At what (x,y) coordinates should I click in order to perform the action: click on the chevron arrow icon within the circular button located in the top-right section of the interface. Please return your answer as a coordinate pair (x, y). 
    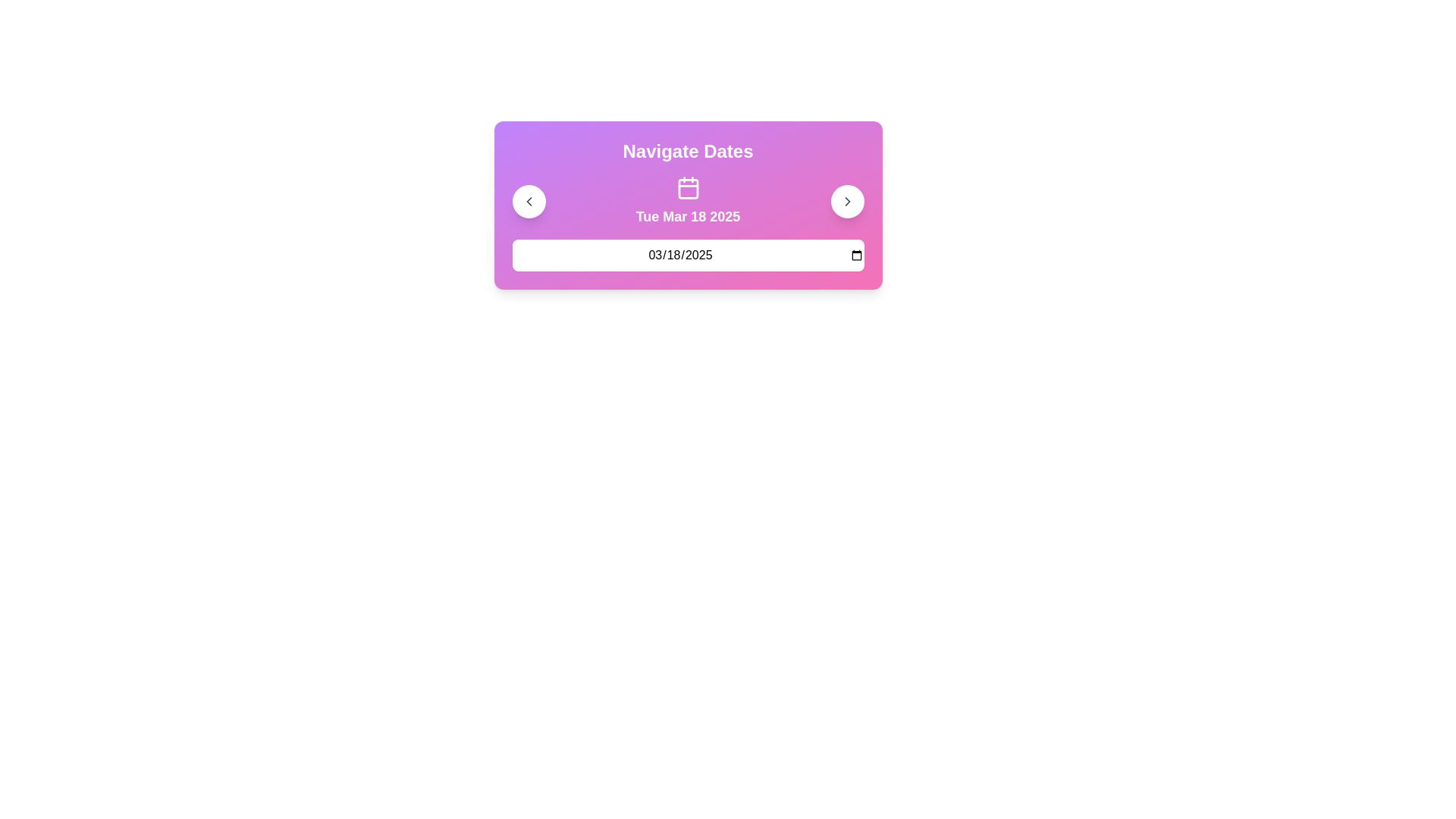
    Looking at the image, I should click on (846, 201).